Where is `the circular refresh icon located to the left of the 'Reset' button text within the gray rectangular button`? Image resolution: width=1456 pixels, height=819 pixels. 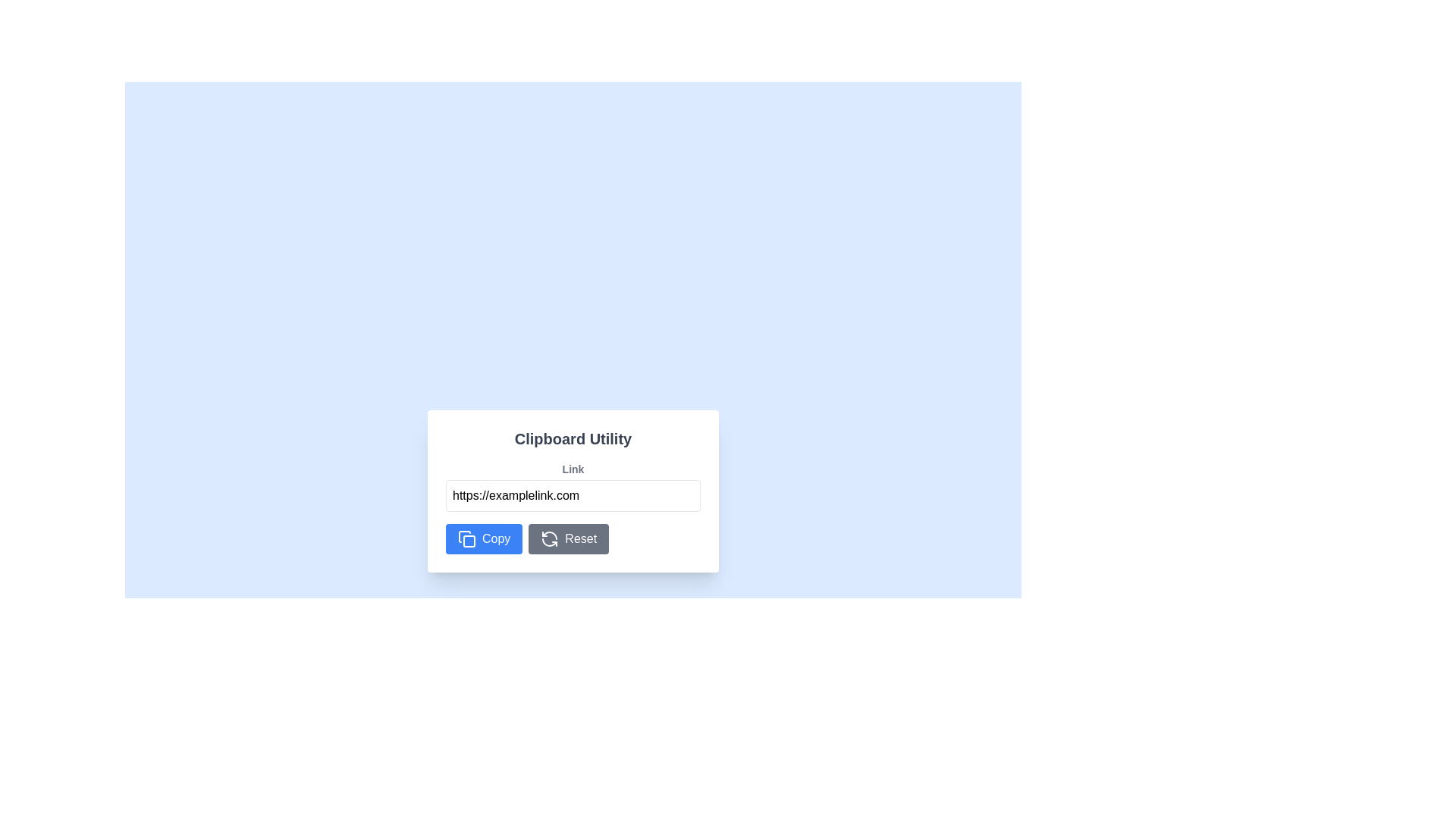 the circular refresh icon located to the left of the 'Reset' button text within the gray rectangular button is located at coordinates (549, 538).